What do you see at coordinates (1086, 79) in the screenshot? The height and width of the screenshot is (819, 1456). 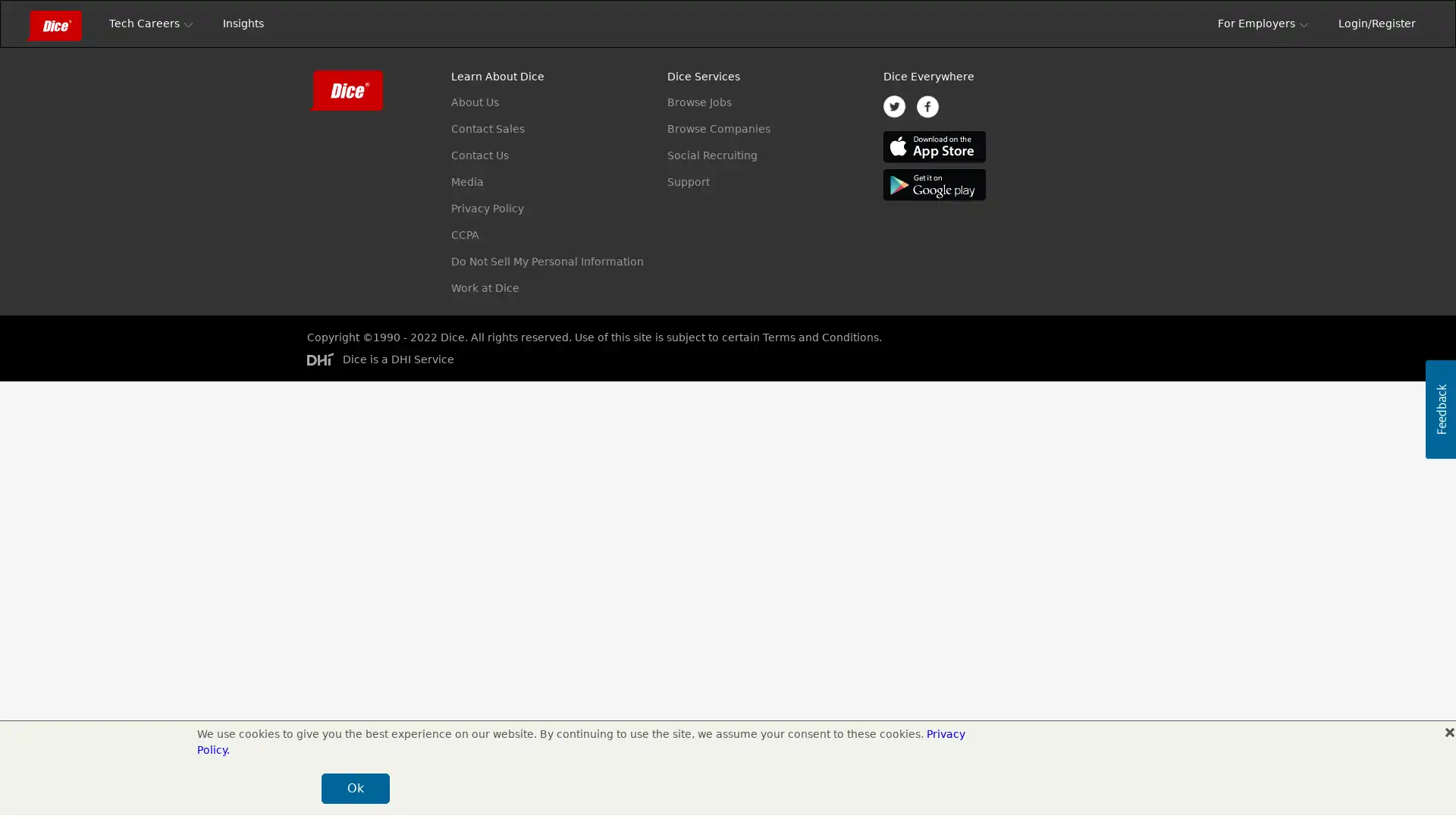 I see `Search Jobs` at bounding box center [1086, 79].